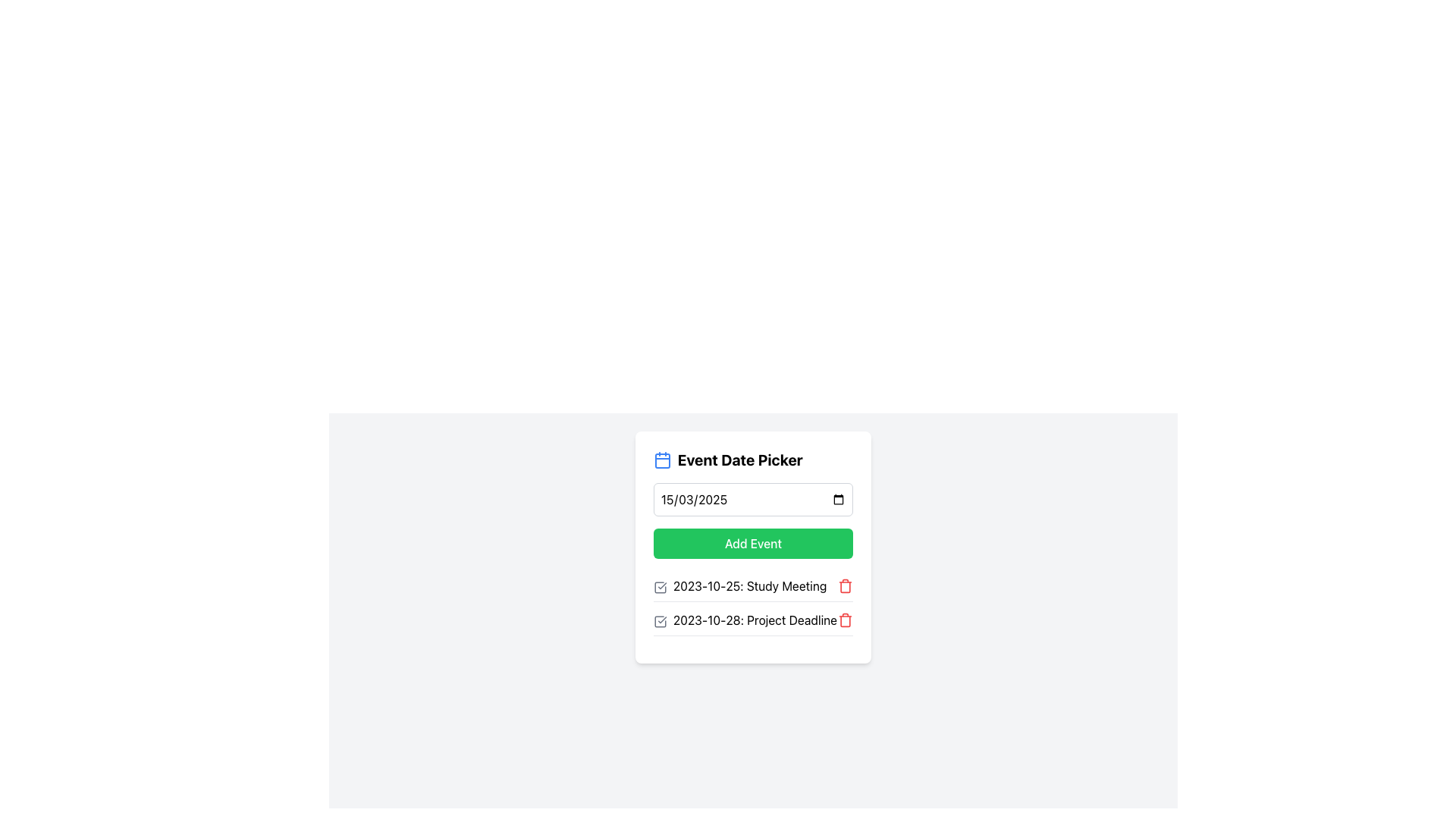 Image resolution: width=1456 pixels, height=819 pixels. Describe the element at coordinates (753, 588) in the screenshot. I see `the Text Label that provides information about a scheduled event, located above the entry for '2023-10-28: Project Deadline'` at that location.